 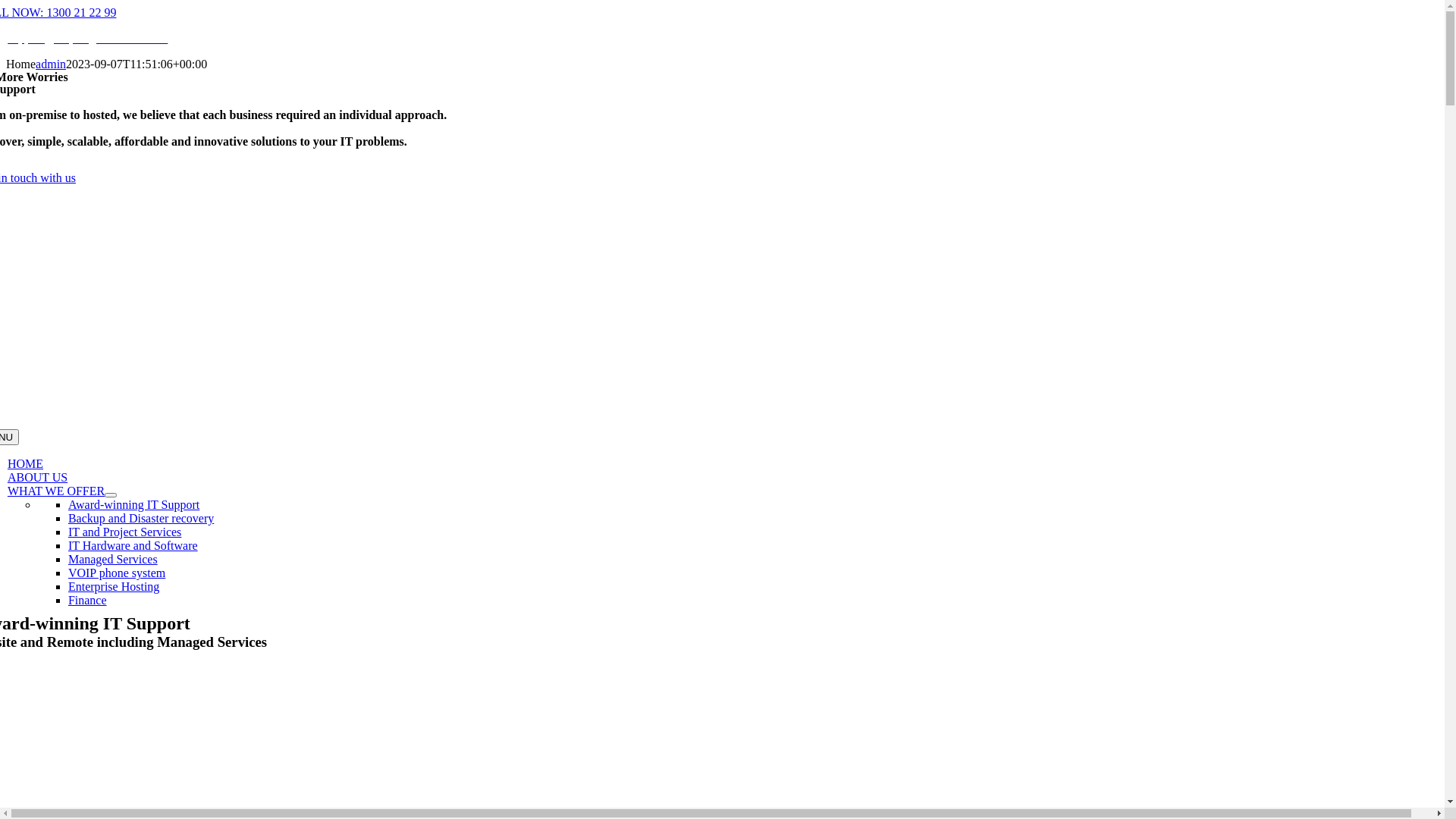 What do you see at coordinates (37, 476) in the screenshot?
I see `'ABOUT US'` at bounding box center [37, 476].